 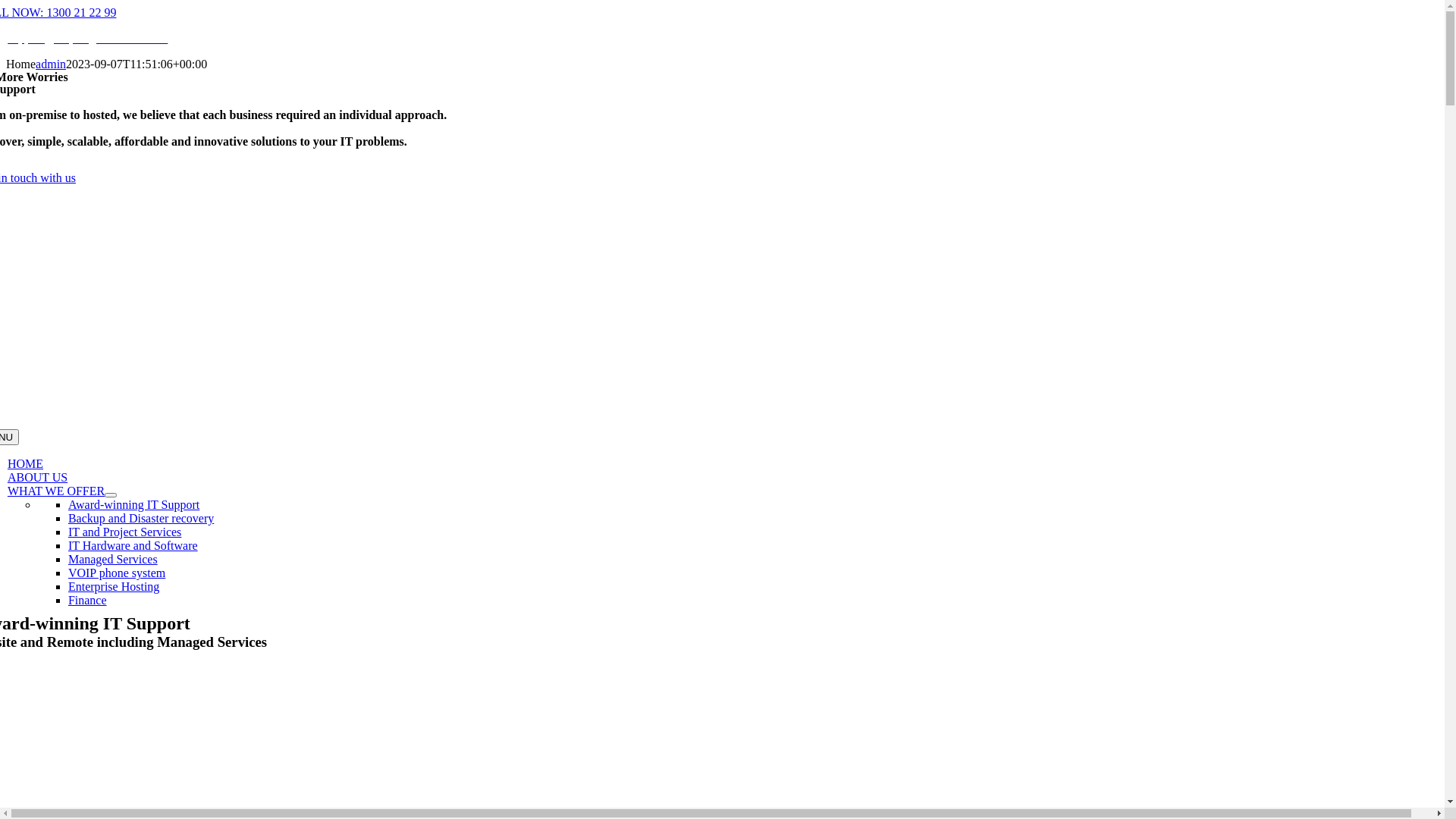 What do you see at coordinates (37, 476) in the screenshot?
I see `'ABOUT US'` at bounding box center [37, 476].